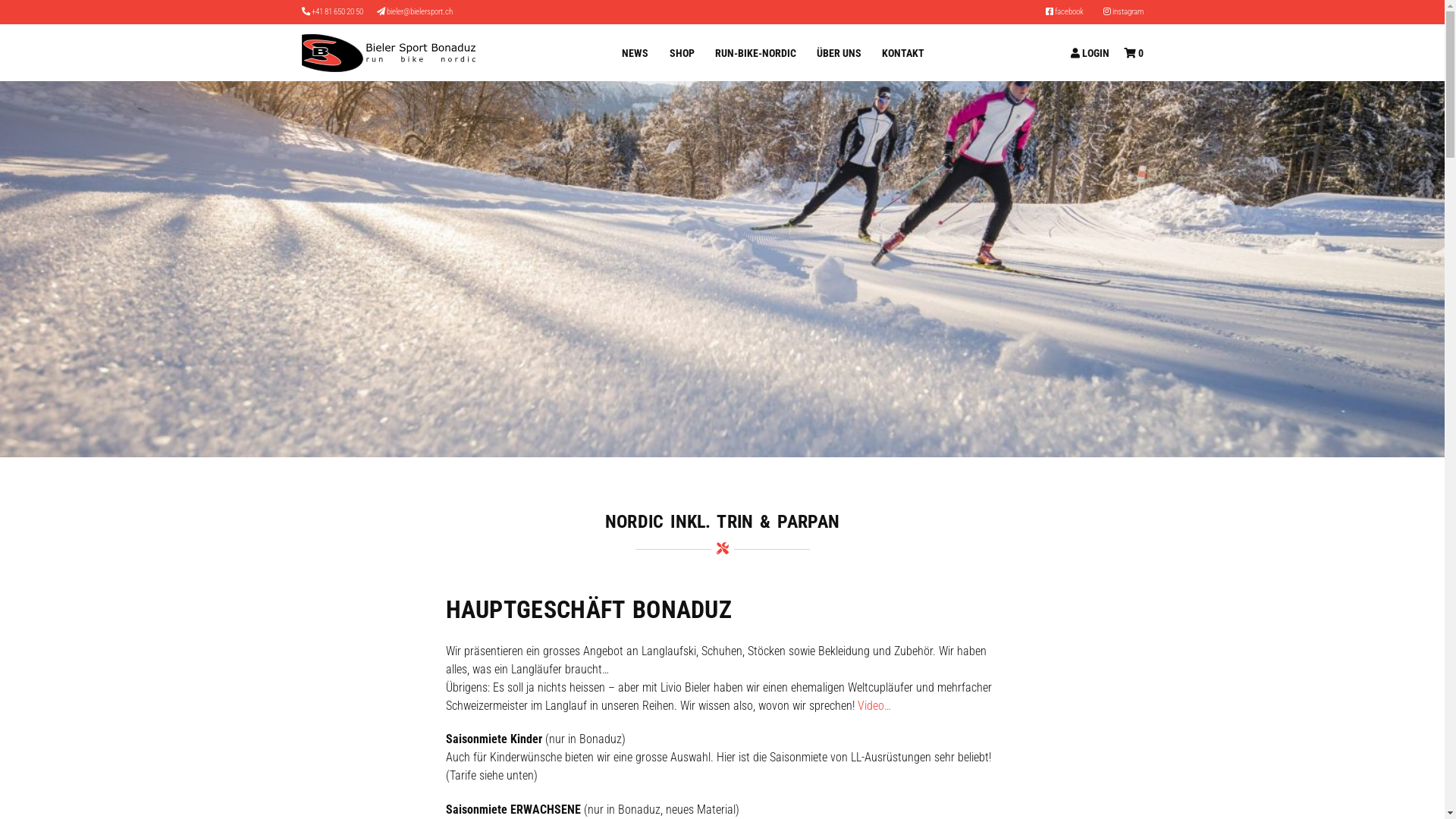  What do you see at coordinates (1122, 11) in the screenshot?
I see `'instagram'` at bounding box center [1122, 11].